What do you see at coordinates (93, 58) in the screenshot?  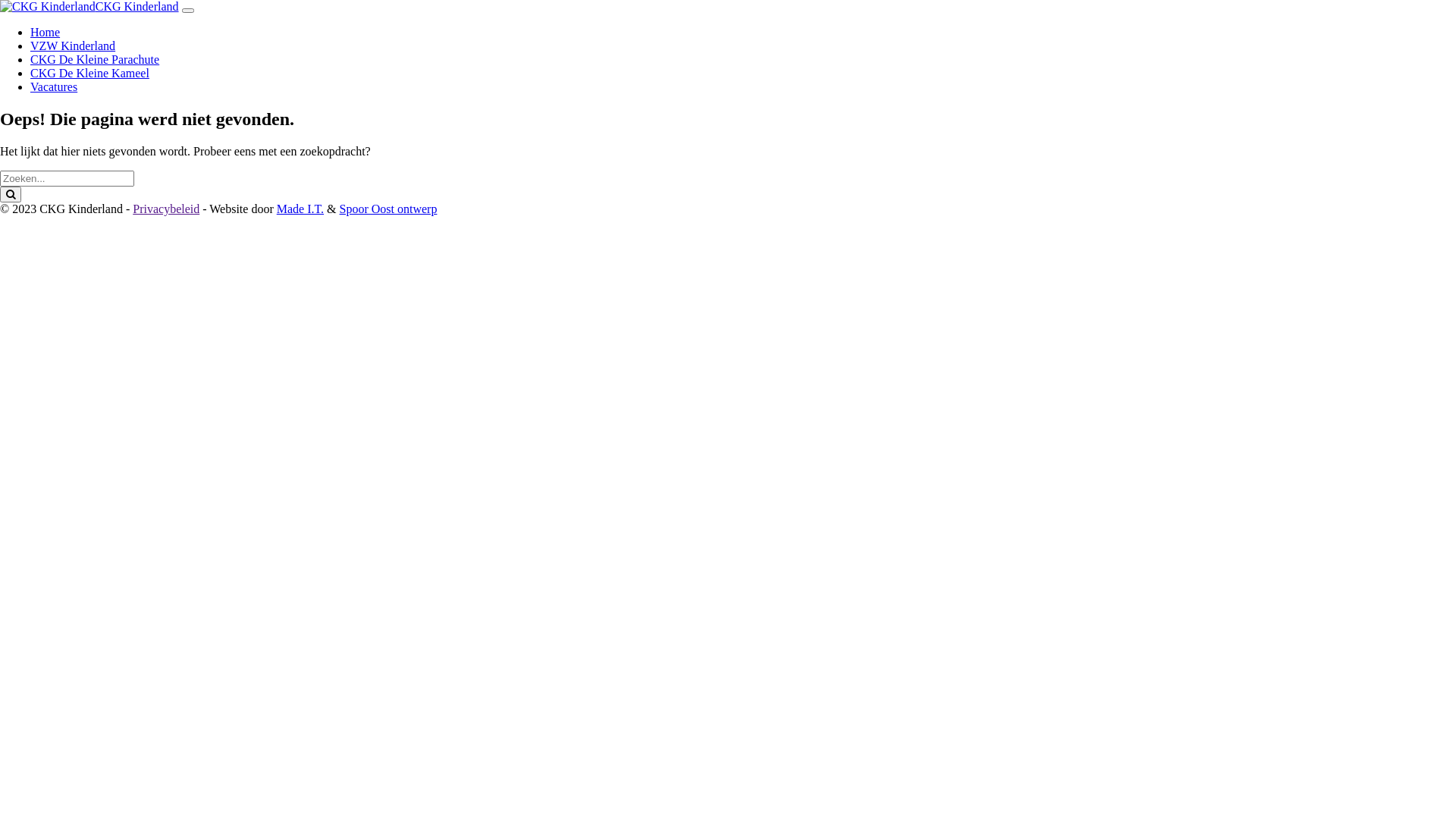 I see `'CKG De Kleine Parachute'` at bounding box center [93, 58].